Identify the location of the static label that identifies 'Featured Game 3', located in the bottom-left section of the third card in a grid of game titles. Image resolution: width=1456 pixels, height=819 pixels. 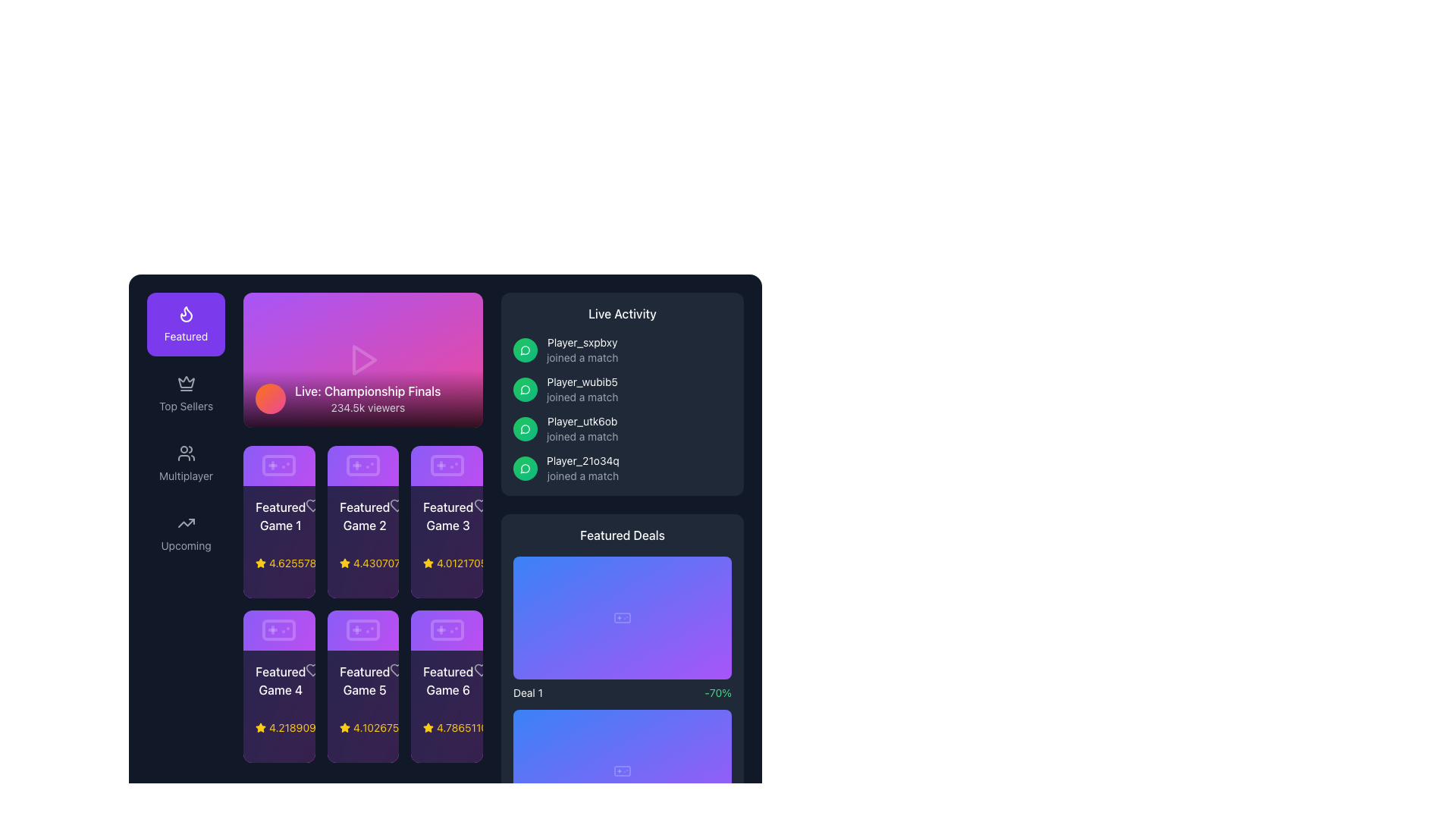
(447, 515).